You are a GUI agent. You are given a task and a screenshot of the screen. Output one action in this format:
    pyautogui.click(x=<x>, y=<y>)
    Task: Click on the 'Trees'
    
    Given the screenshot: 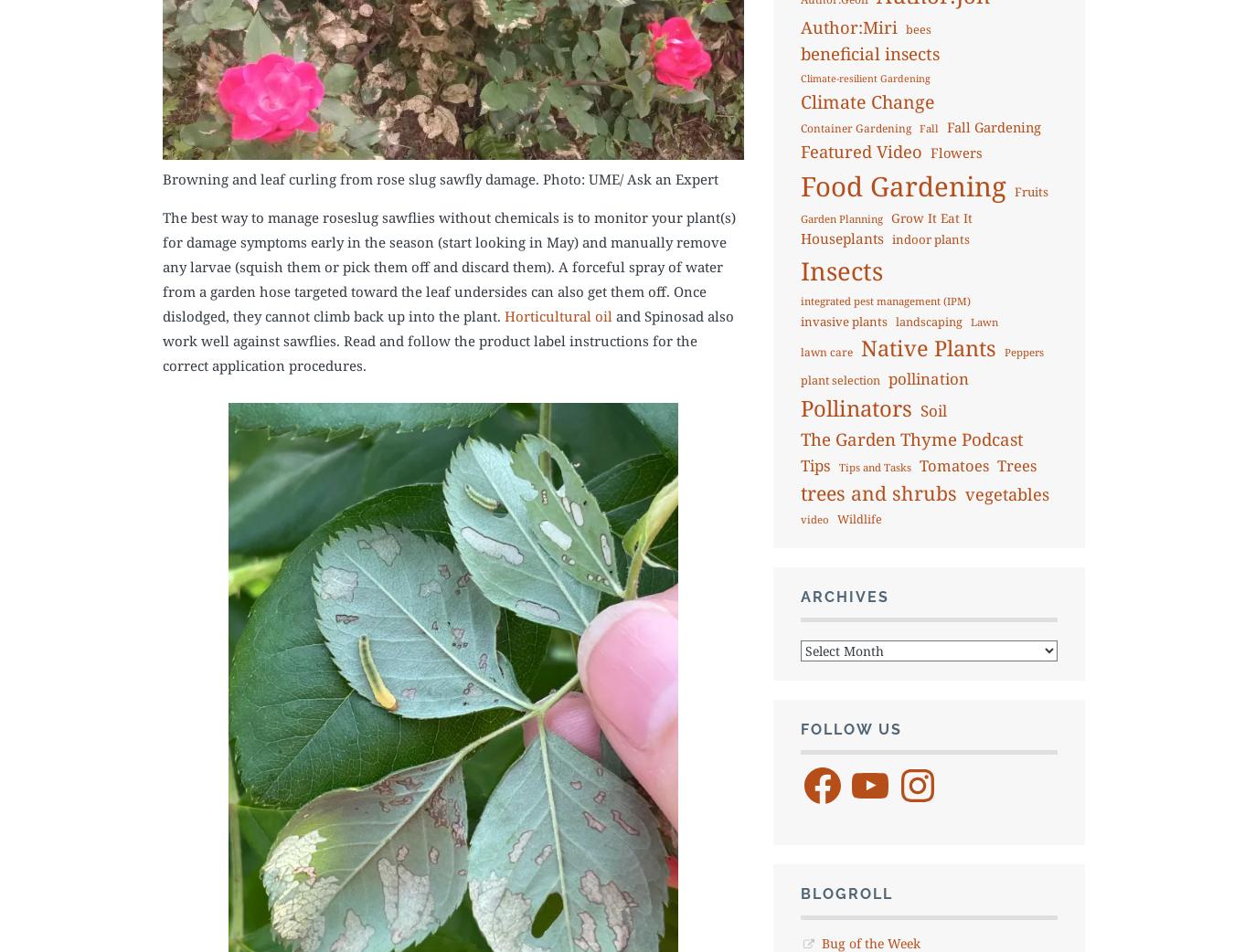 What is the action you would take?
    pyautogui.click(x=1016, y=464)
    